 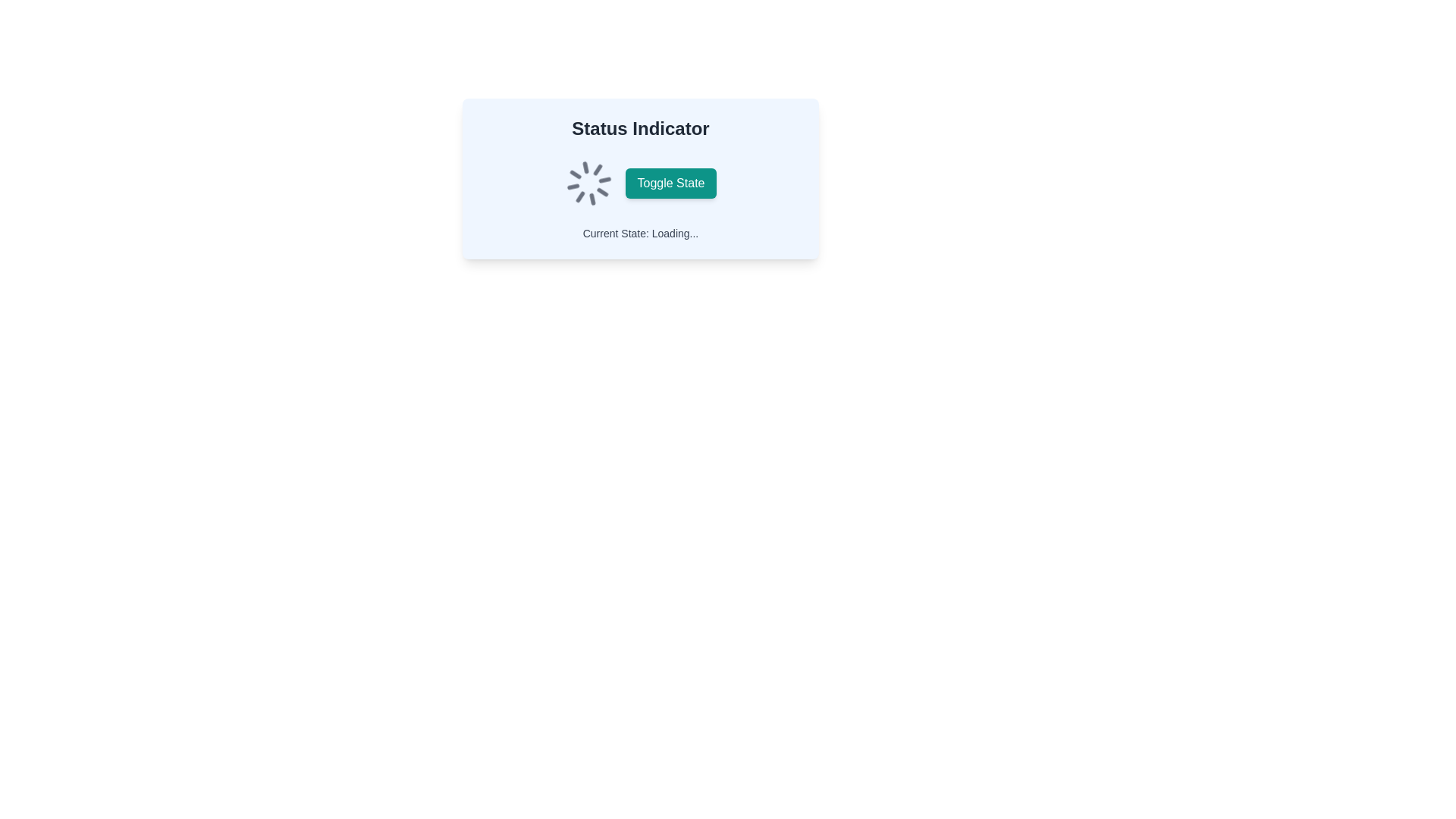 What do you see at coordinates (670, 183) in the screenshot?
I see `the medium-sized rectangular button with rounded corners, teal background, and white text that reads 'Toggle State'` at bounding box center [670, 183].